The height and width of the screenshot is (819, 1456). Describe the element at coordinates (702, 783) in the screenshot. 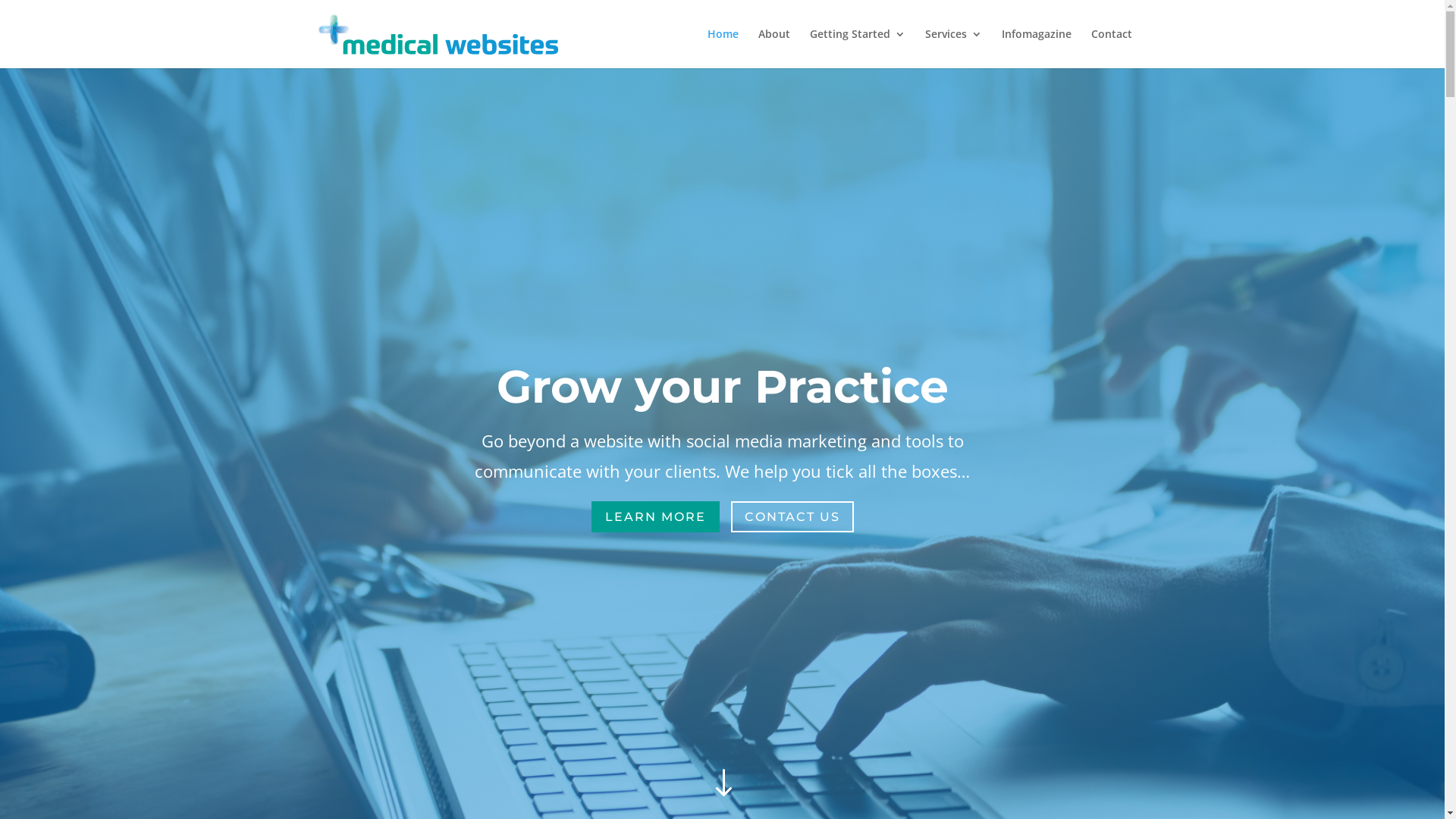

I see `'"'` at that location.